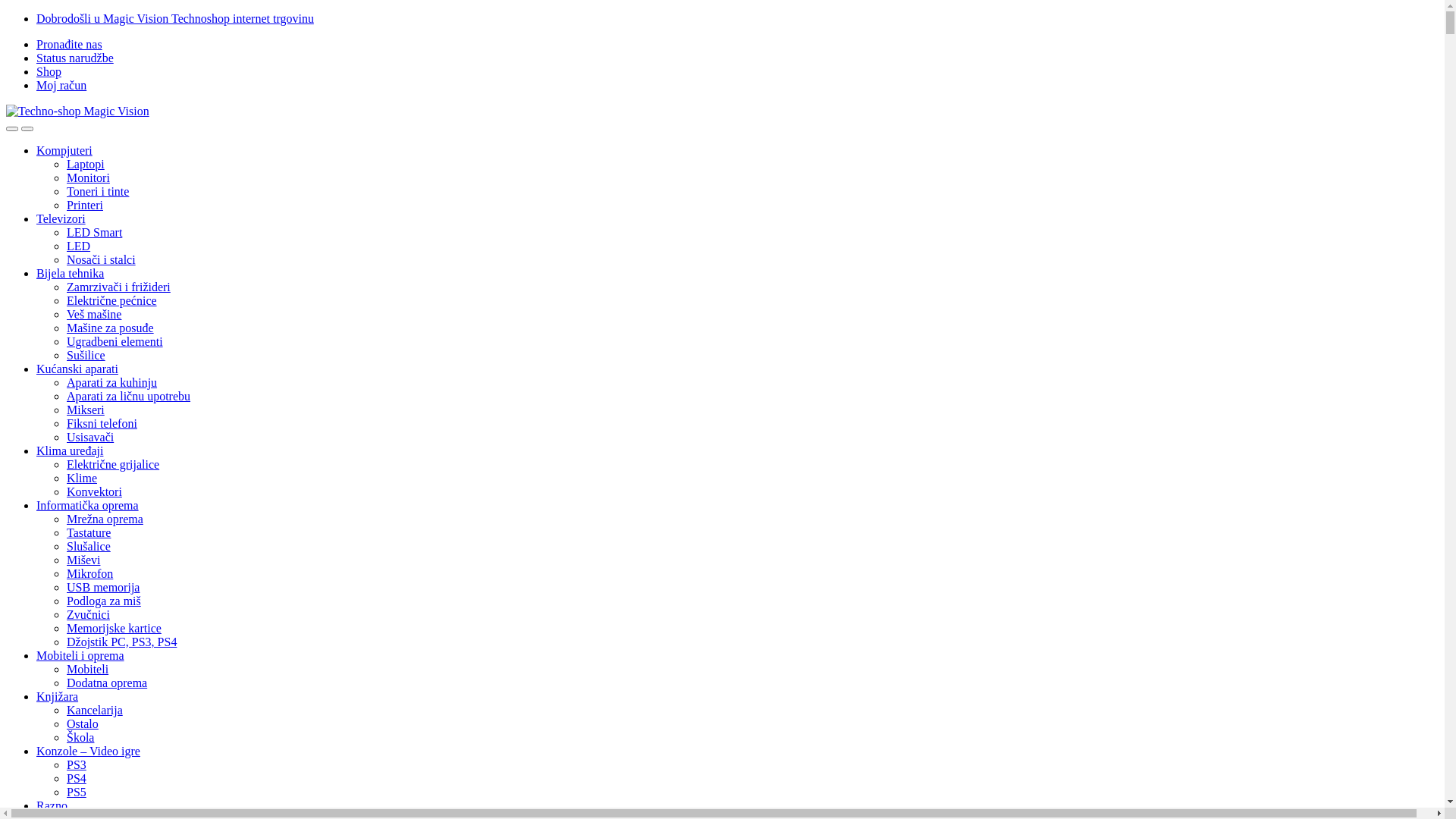  I want to click on 'PS3', so click(65, 764).